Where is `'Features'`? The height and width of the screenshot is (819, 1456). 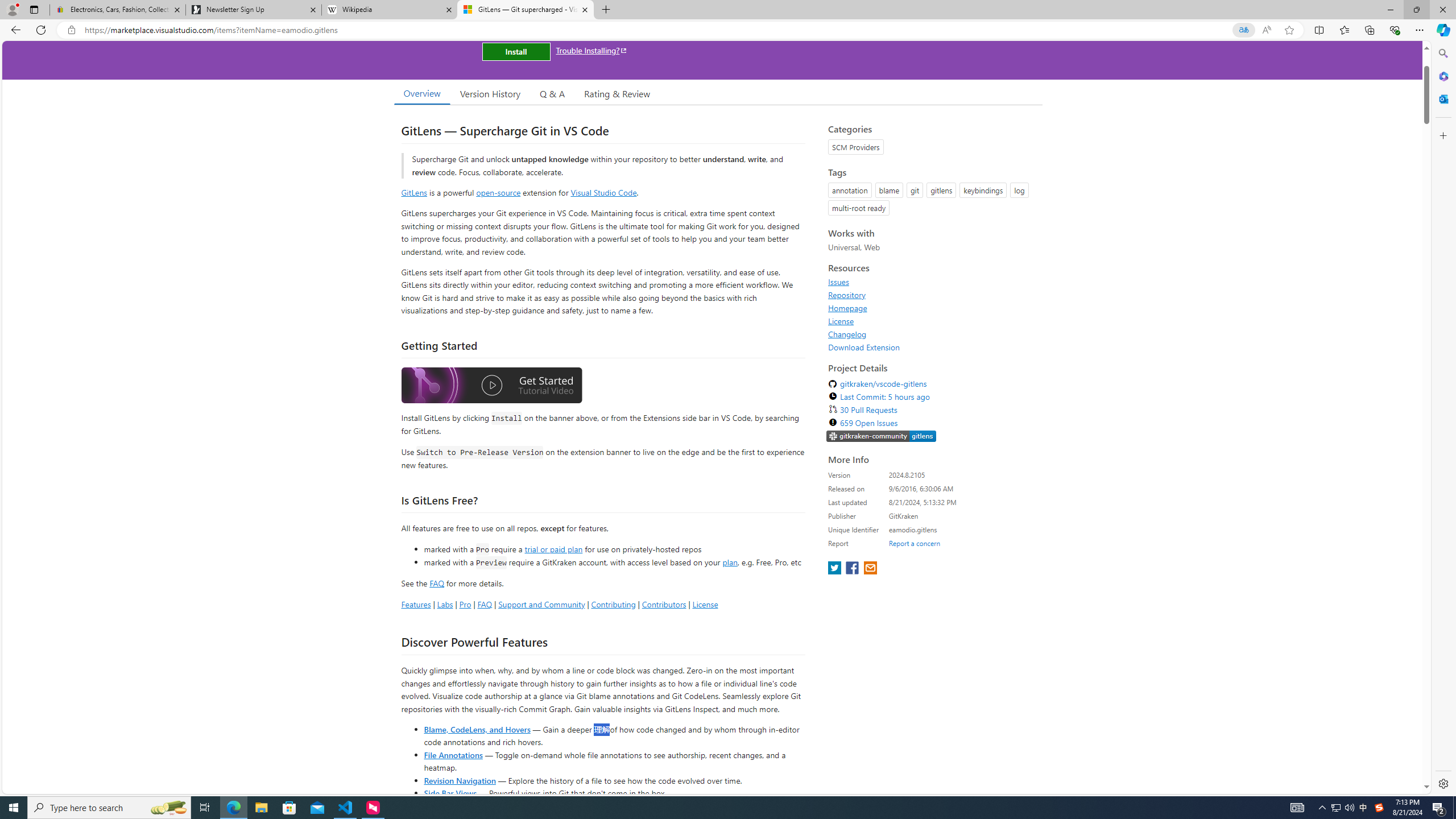
'Features' is located at coordinates (415, 603).